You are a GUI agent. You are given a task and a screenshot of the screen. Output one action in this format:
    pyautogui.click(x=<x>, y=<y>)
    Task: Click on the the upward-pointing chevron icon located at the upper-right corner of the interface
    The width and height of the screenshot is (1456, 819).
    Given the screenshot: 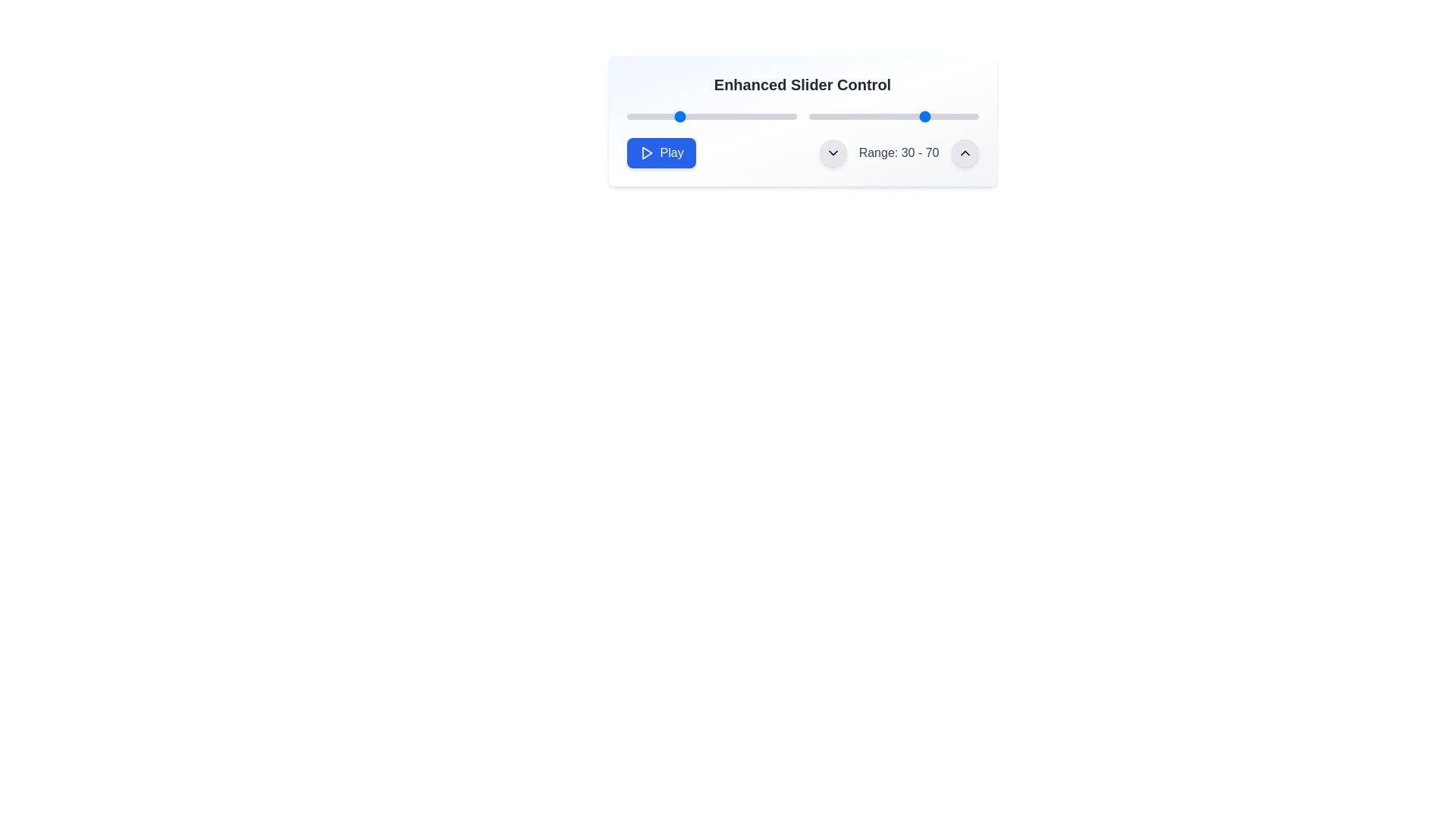 What is the action you would take?
    pyautogui.click(x=964, y=152)
    